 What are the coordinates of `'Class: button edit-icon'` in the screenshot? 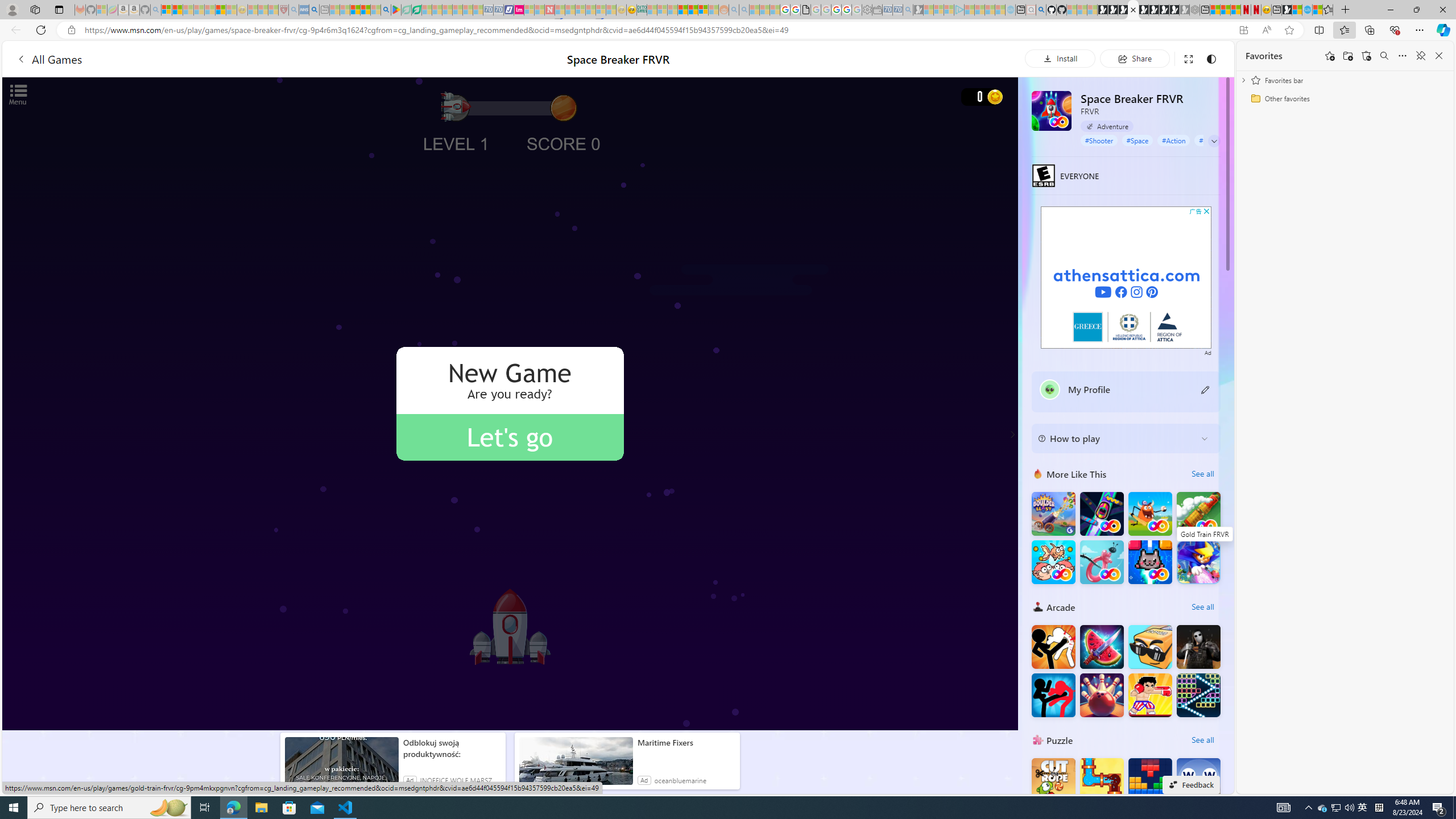 It's located at (1205, 388).